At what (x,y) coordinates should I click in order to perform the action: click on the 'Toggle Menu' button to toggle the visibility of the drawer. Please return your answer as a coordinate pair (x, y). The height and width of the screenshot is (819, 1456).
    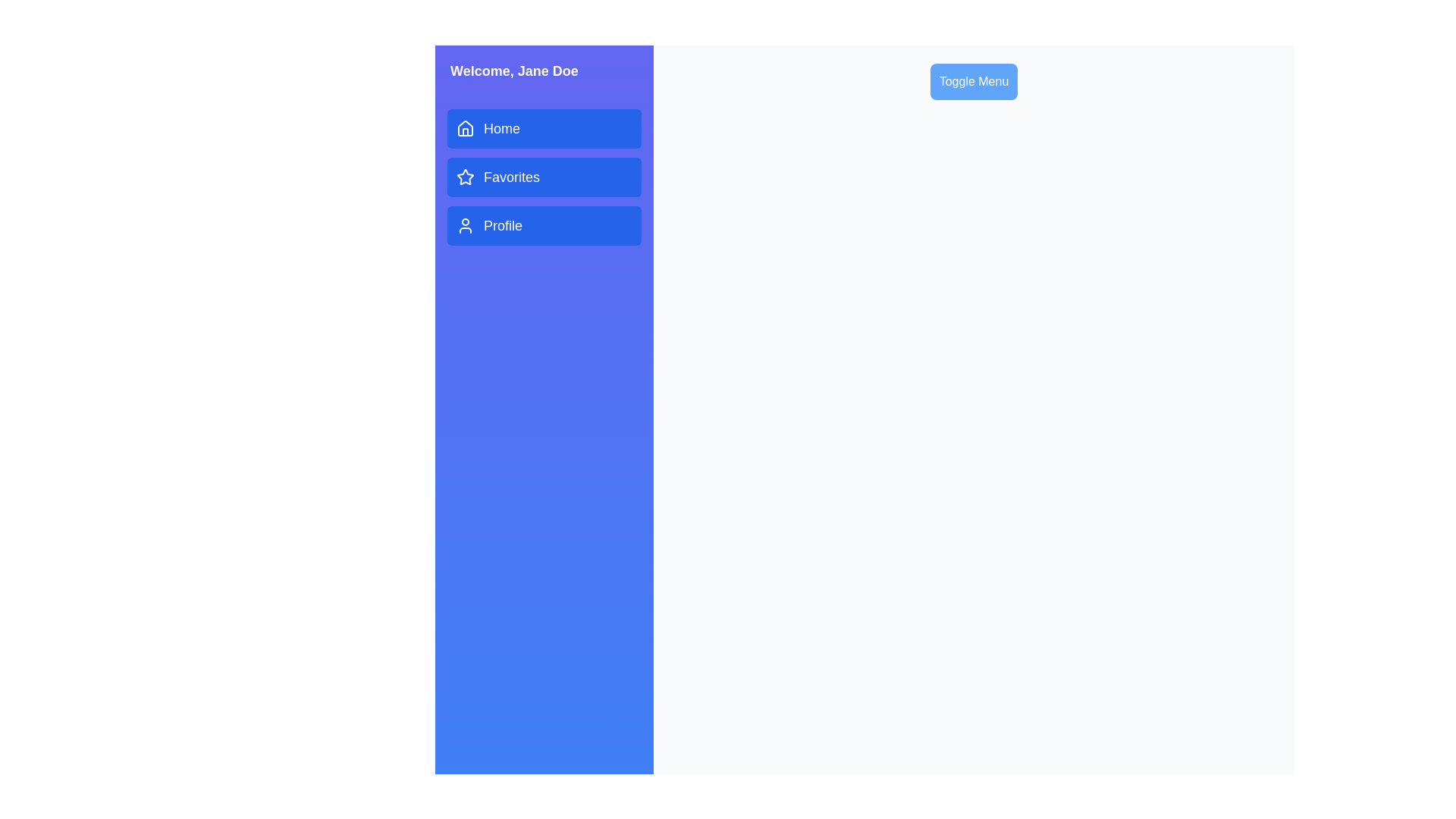
    Looking at the image, I should click on (974, 82).